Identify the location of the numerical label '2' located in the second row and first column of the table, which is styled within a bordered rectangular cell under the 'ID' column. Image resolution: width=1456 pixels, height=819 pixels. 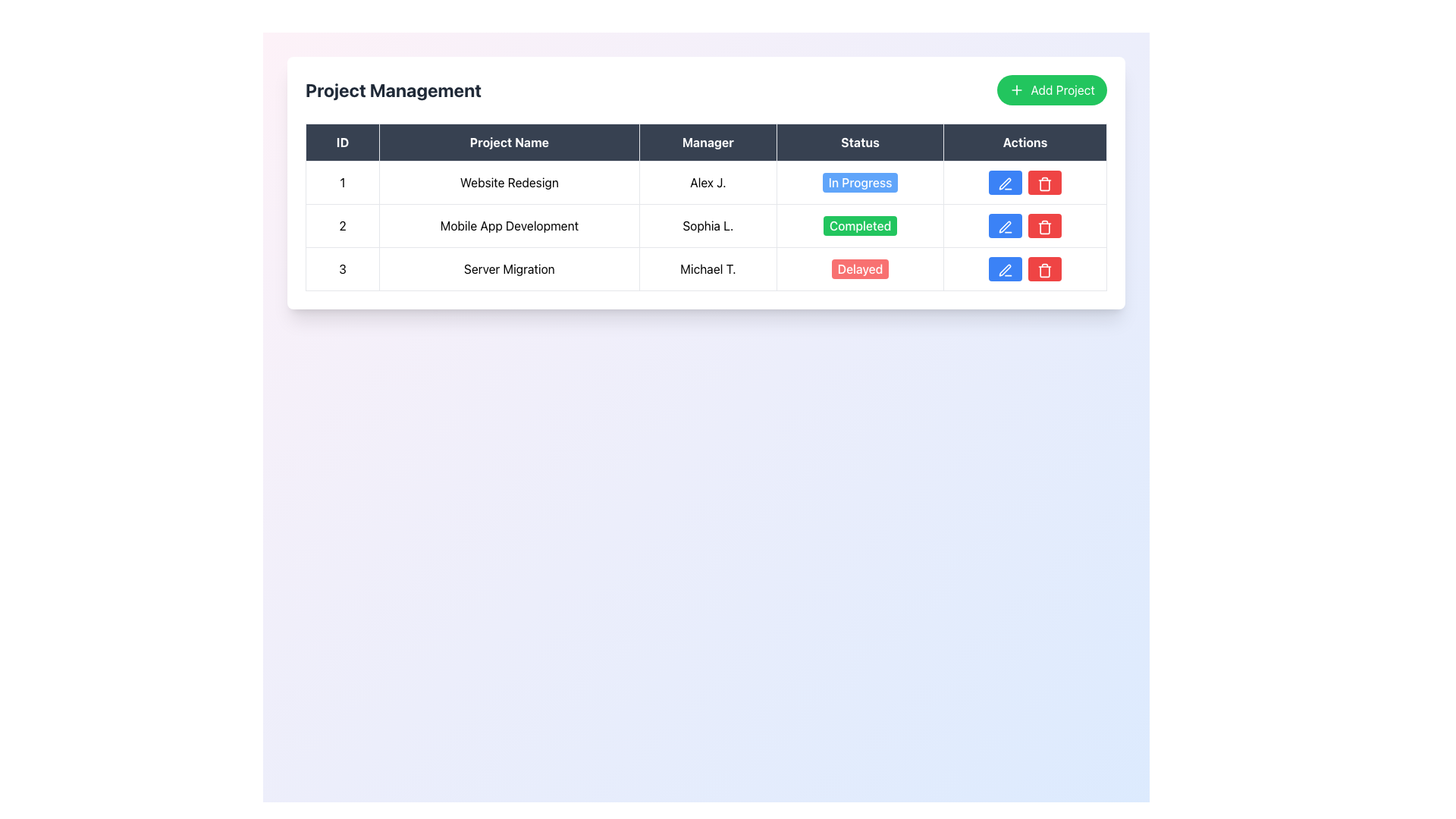
(341, 225).